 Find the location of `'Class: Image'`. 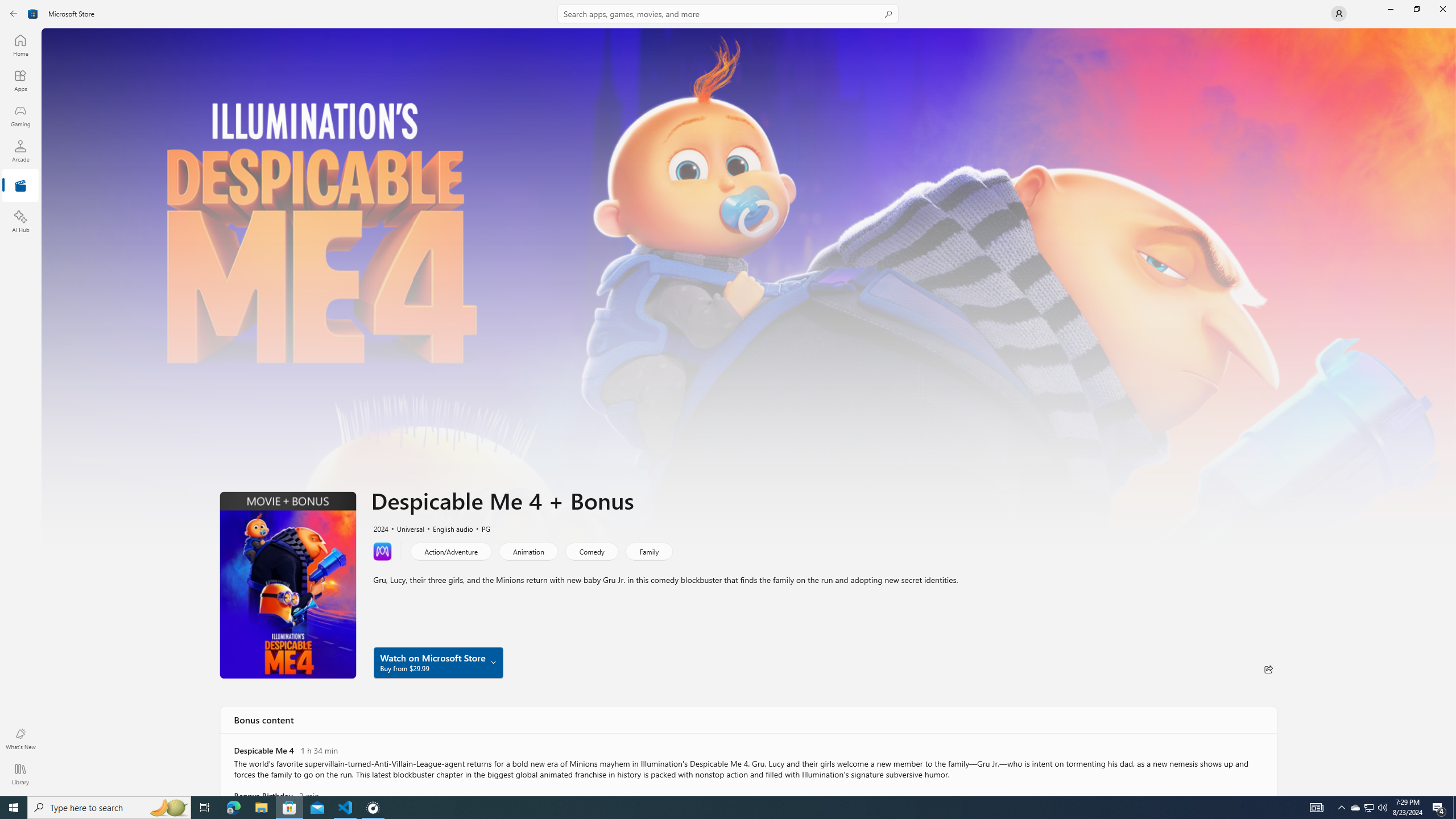

'Class: Image' is located at coordinates (32, 13).